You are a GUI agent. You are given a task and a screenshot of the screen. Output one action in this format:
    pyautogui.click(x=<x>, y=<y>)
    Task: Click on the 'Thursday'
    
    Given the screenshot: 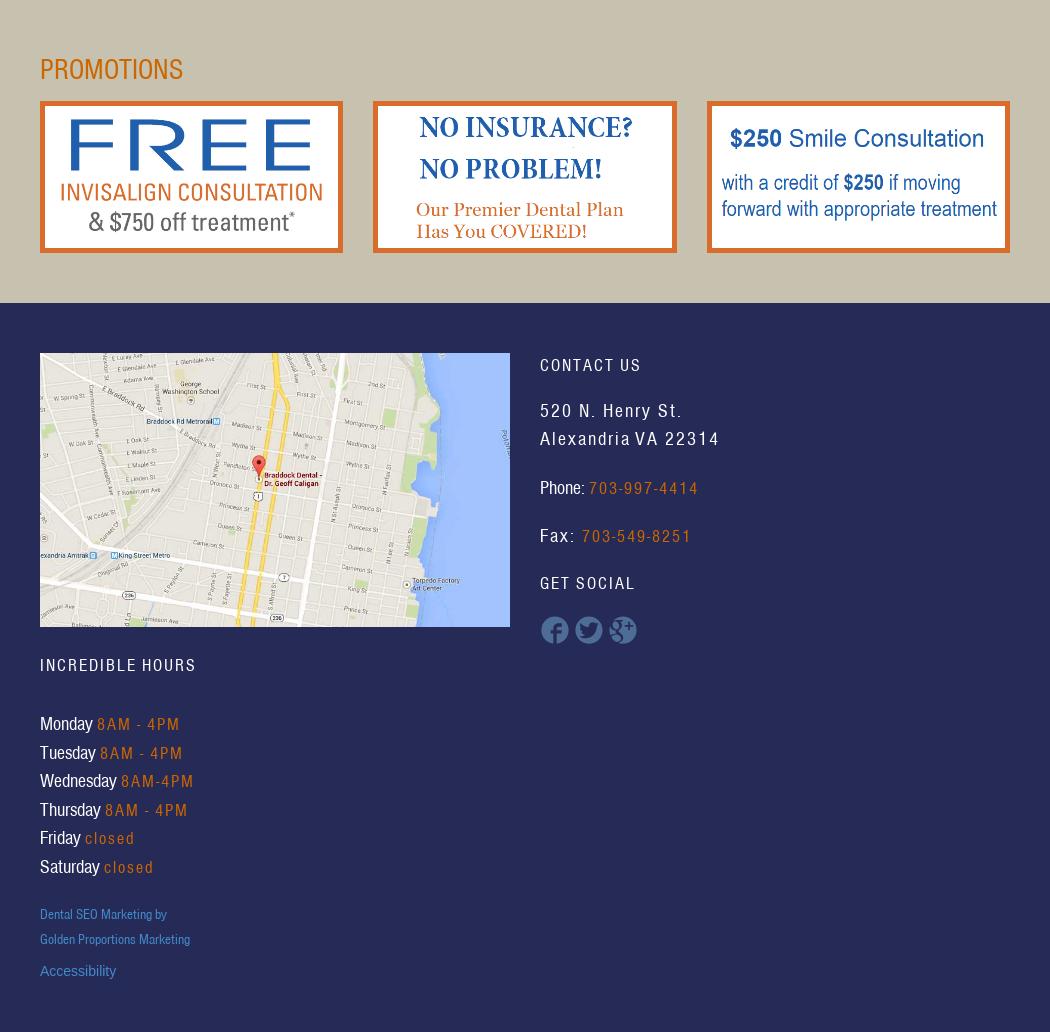 What is the action you would take?
    pyautogui.click(x=71, y=808)
    